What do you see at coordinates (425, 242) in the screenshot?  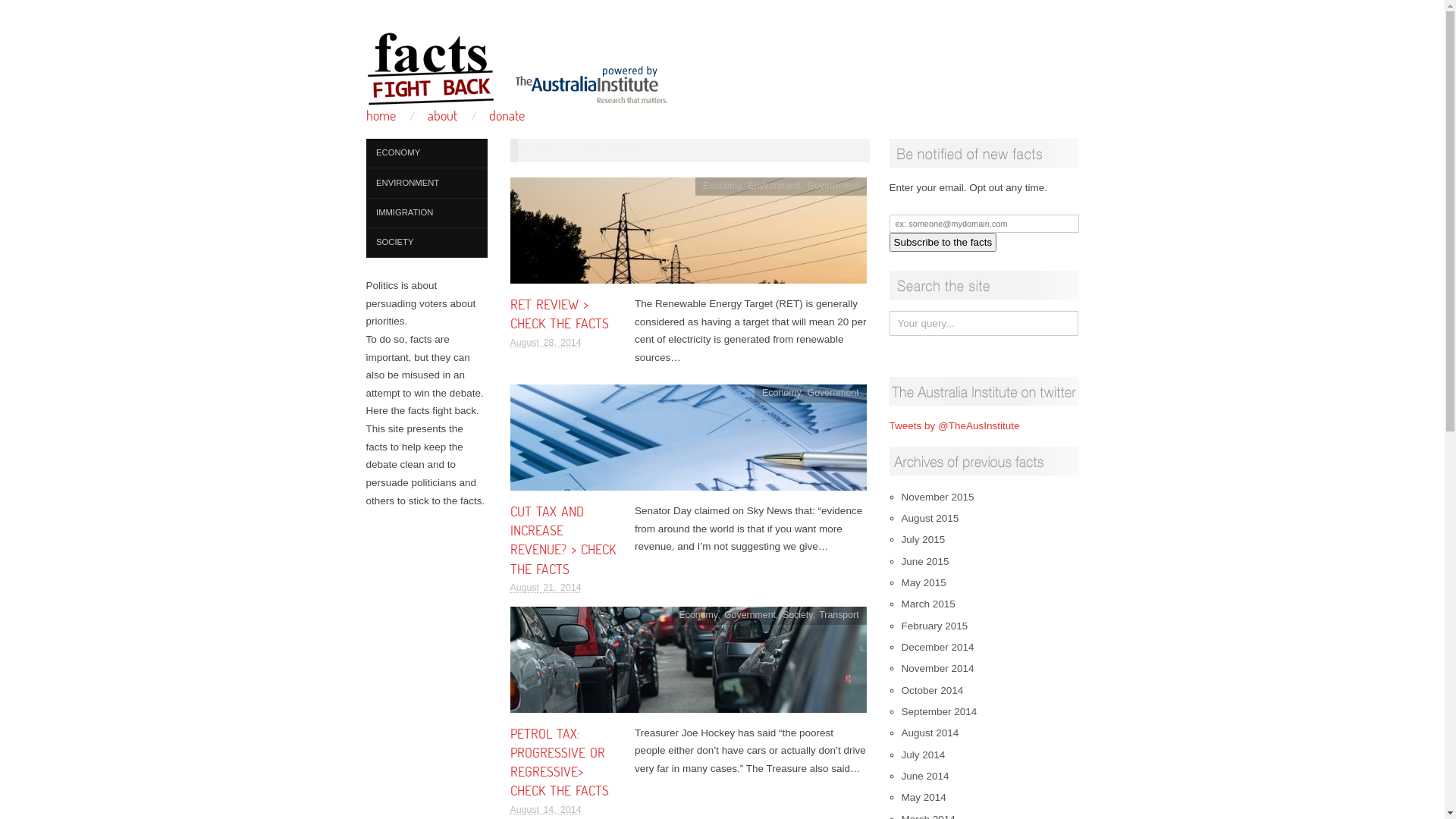 I see `'SOCIETY'` at bounding box center [425, 242].